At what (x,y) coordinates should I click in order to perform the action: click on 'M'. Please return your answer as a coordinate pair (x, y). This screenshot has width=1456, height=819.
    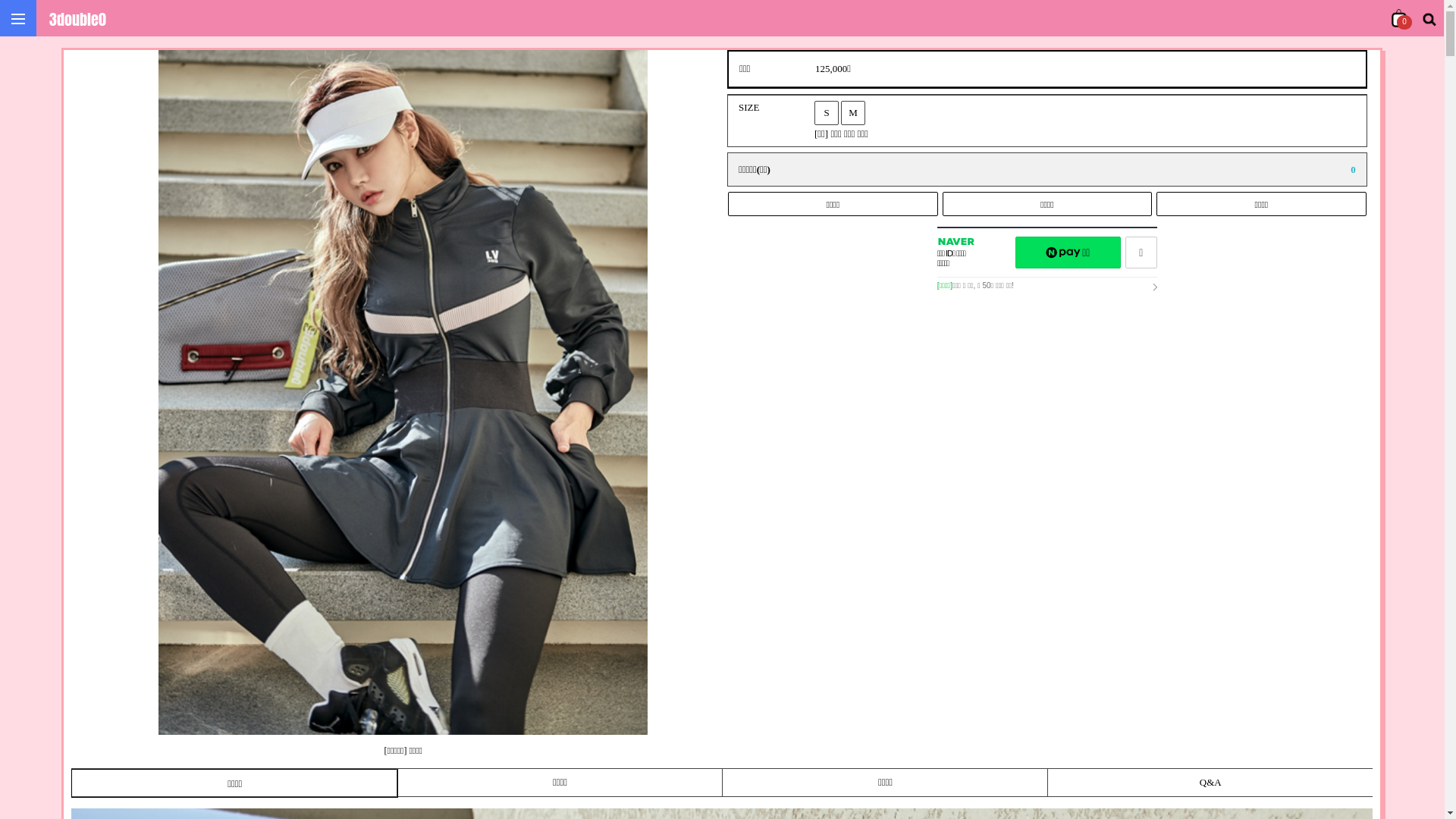
    Looking at the image, I should click on (852, 112).